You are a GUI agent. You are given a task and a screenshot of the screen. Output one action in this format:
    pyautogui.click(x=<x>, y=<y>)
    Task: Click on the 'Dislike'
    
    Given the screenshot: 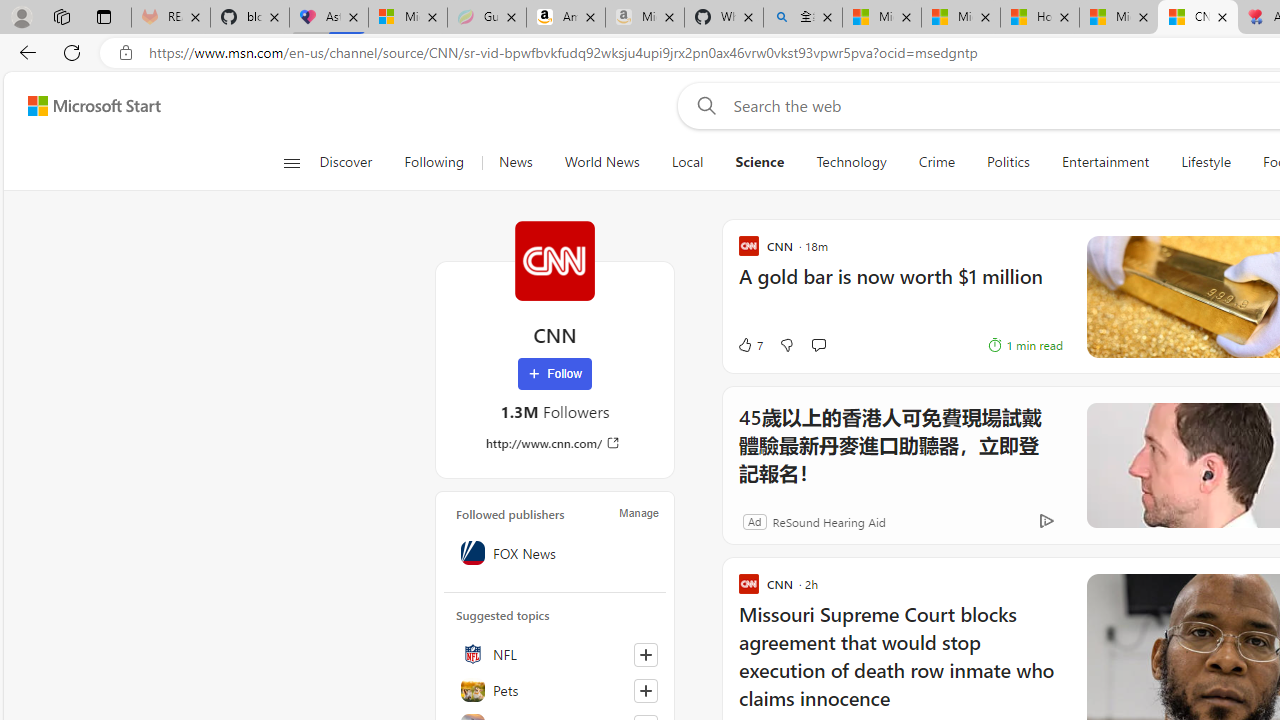 What is the action you would take?
    pyautogui.click(x=785, y=344)
    